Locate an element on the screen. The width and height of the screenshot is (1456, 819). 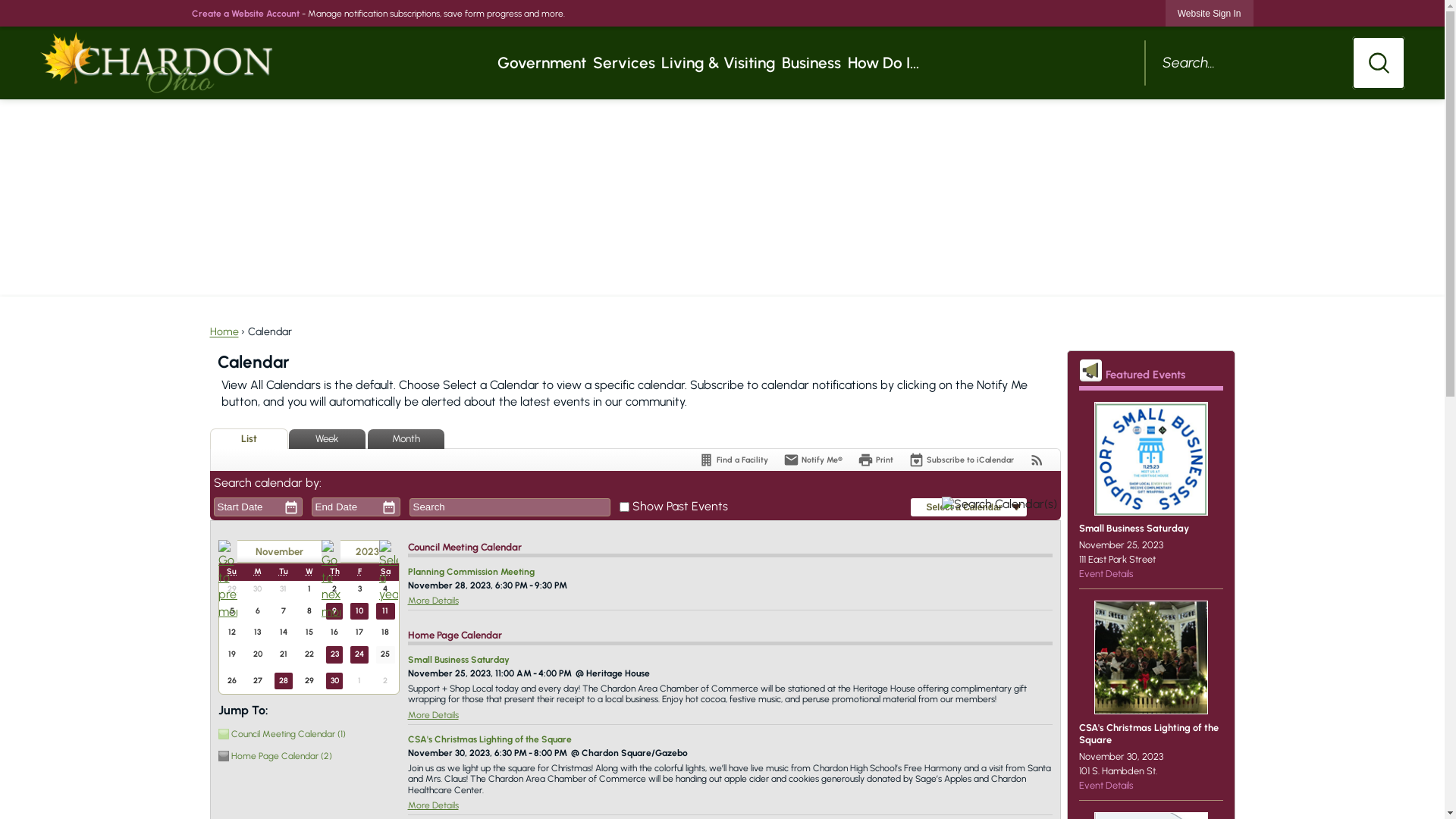
'2023' is located at coordinates (358, 551).